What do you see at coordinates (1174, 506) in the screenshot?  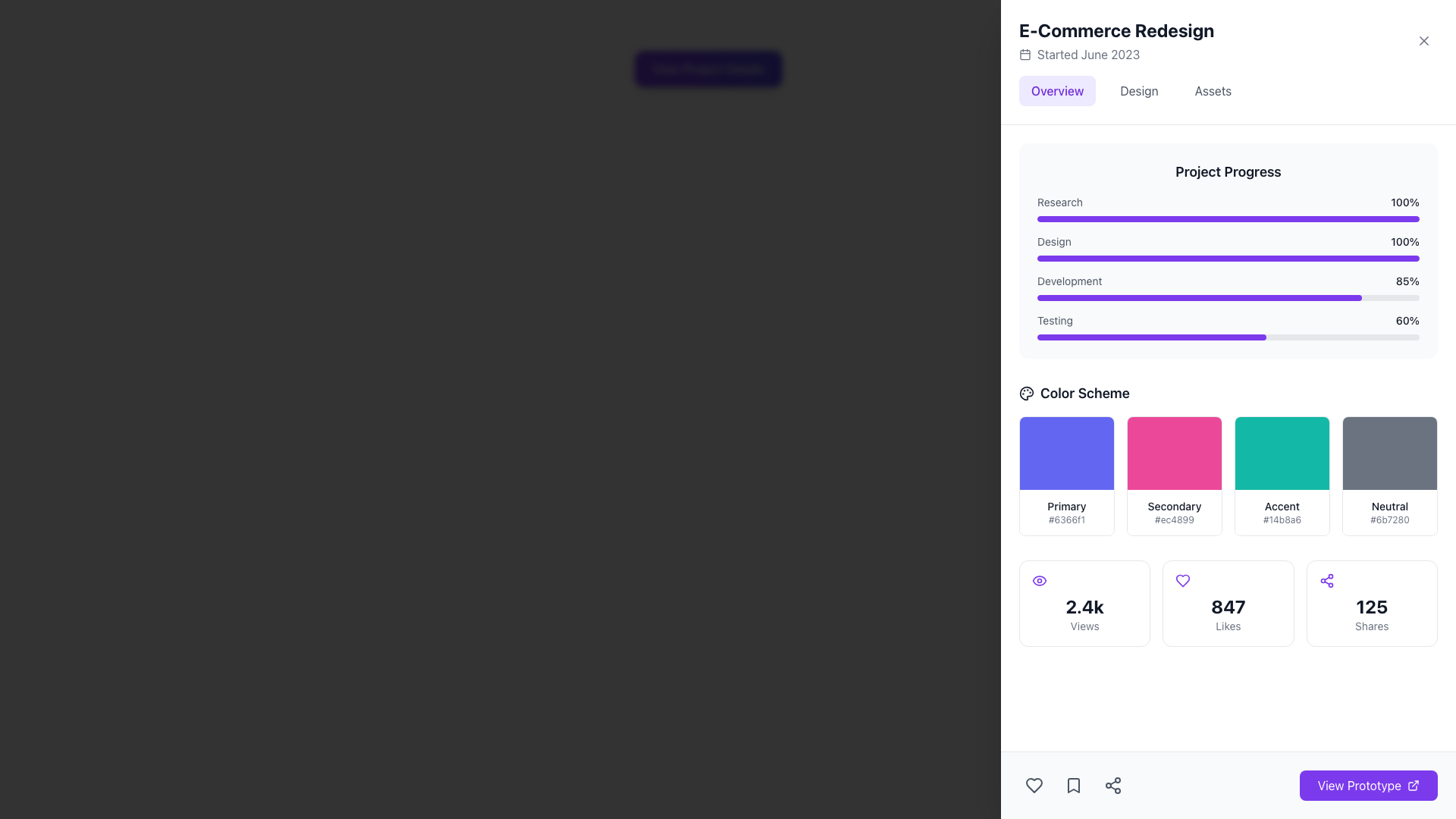 I see `the text label displaying 'Secondary' in bold black text, located in the 'Color Scheme' section above the color code '#ec4899'` at bounding box center [1174, 506].